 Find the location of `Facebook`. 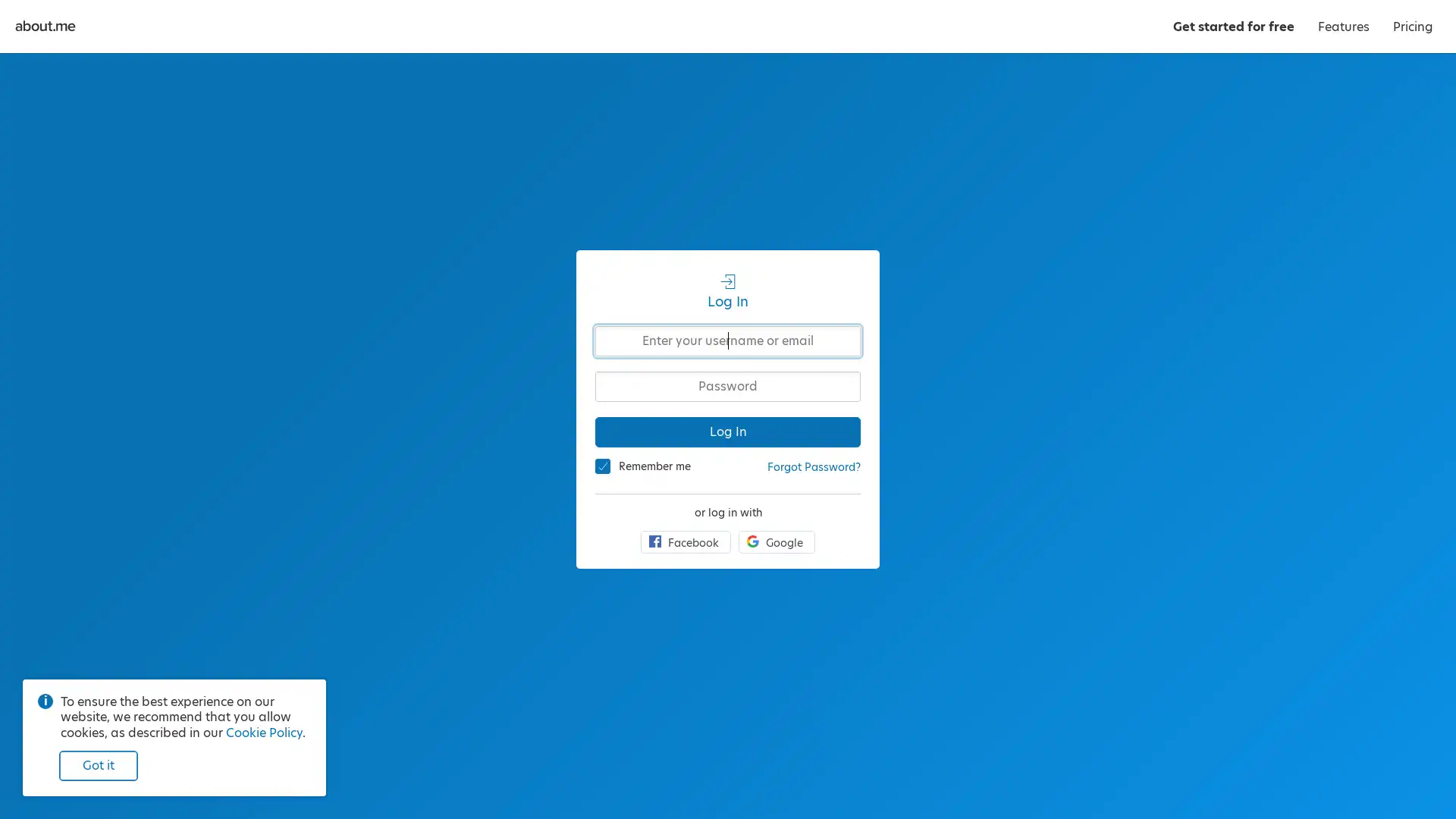

Facebook is located at coordinates (685, 540).